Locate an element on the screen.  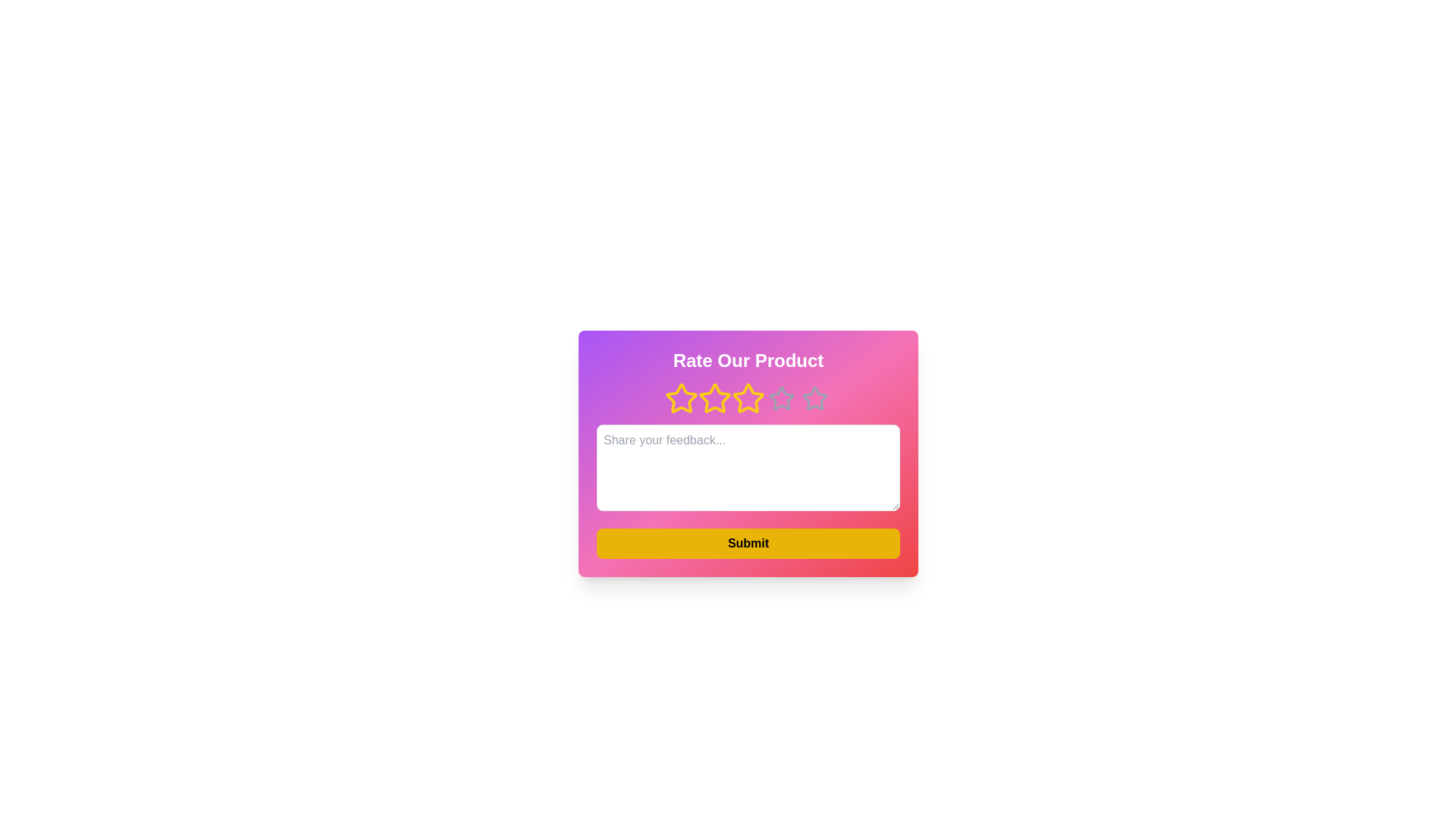
the fourth star icon in the rating component is located at coordinates (782, 397).